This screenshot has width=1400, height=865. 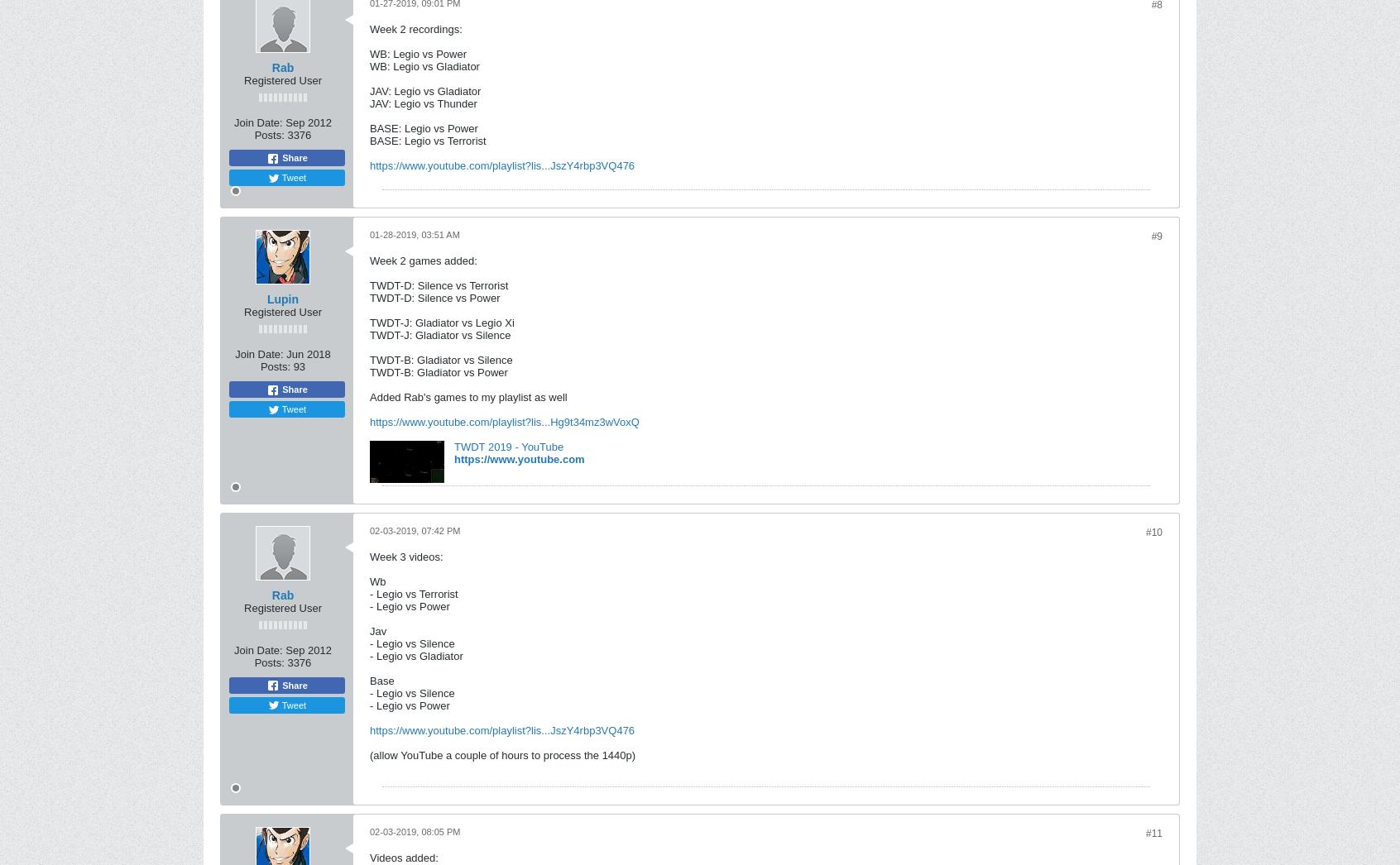 I want to click on '#10', so click(x=1153, y=532).